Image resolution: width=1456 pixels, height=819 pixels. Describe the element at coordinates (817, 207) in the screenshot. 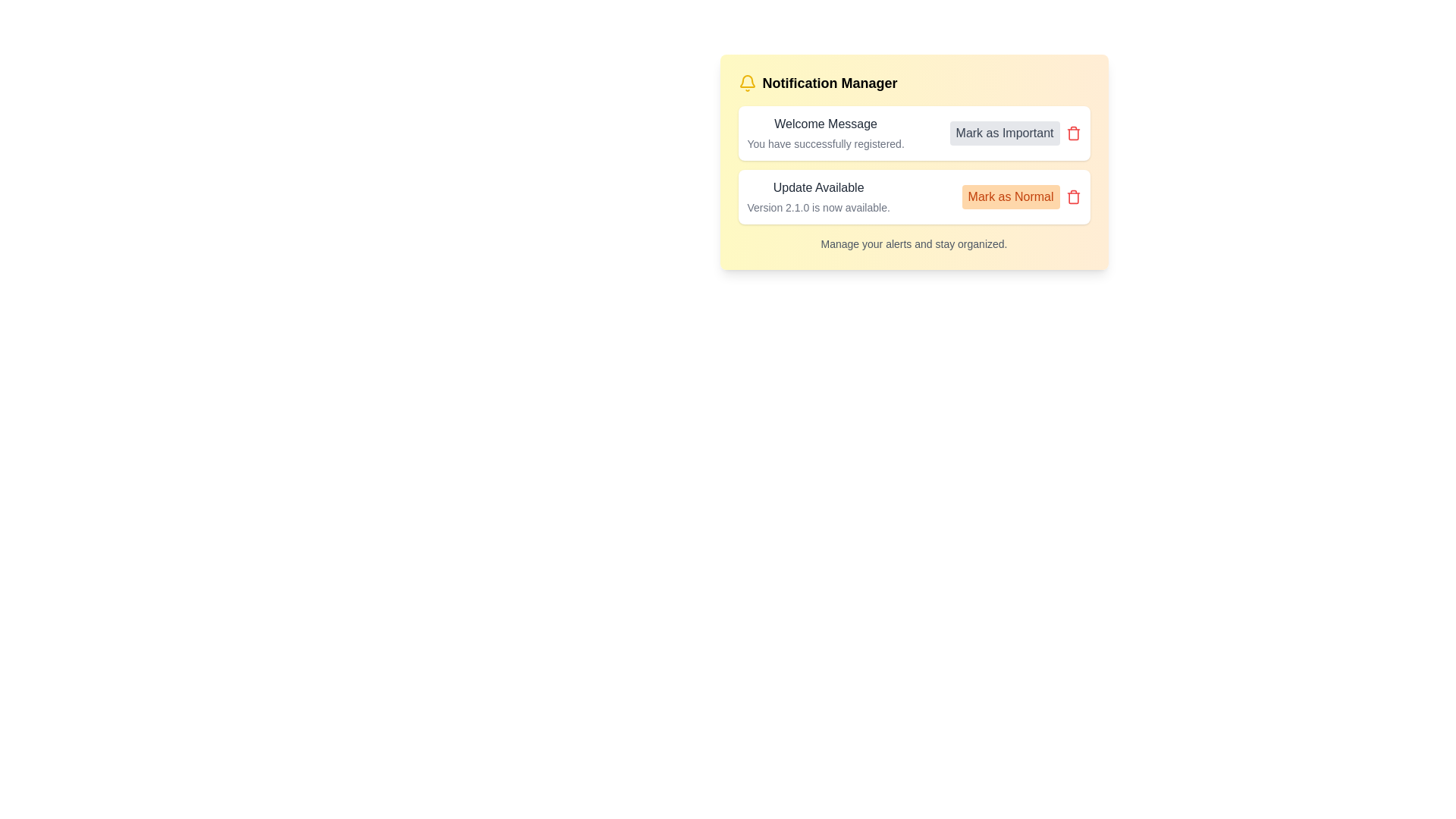

I see `the gray-colored text string that displays 'Version 2.1.0 is now available.' located under the heading 'Update Available'` at that location.